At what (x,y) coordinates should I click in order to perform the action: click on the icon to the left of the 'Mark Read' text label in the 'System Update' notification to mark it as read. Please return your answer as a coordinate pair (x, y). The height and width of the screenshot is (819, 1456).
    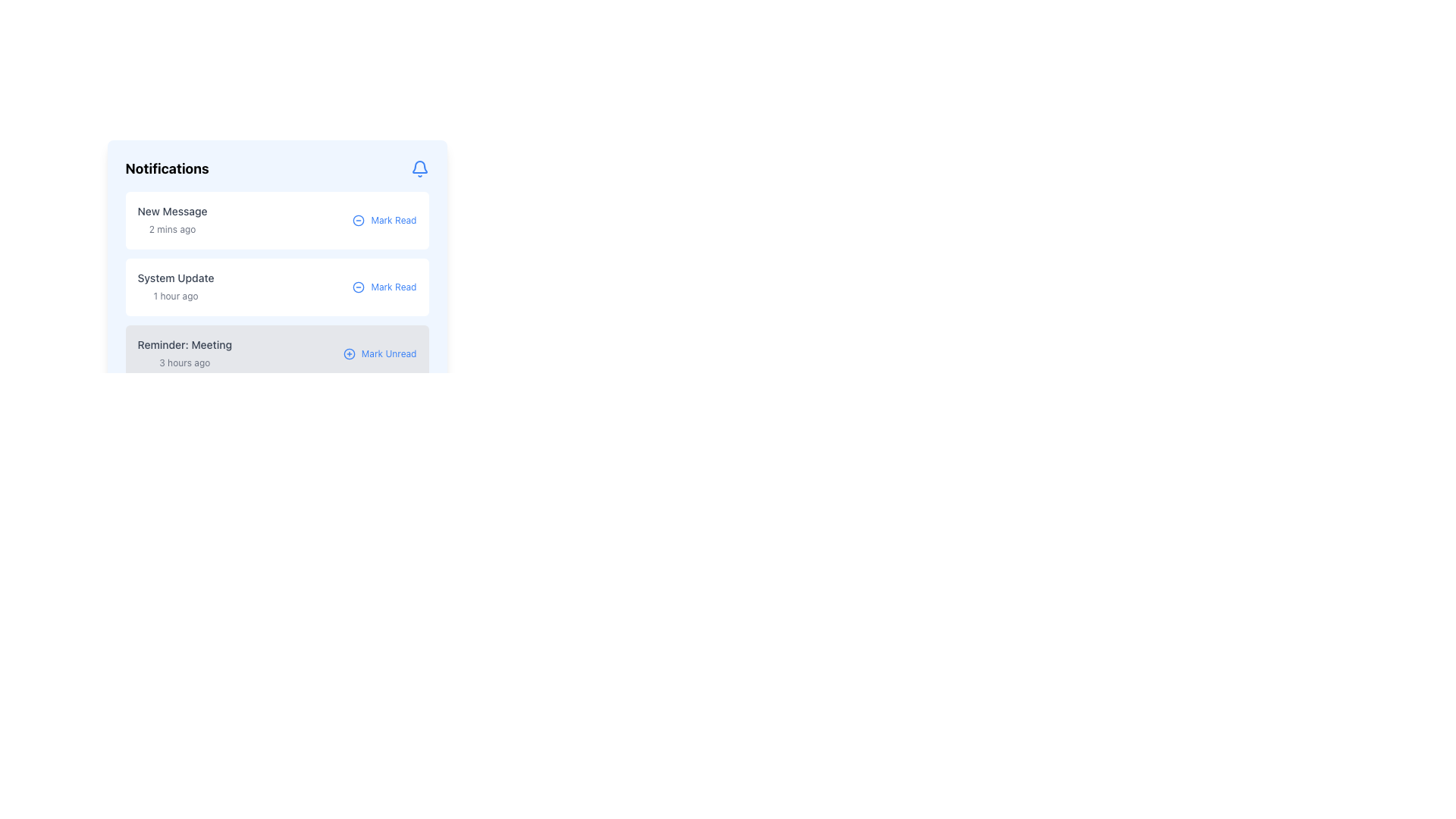
    Looking at the image, I should click on (358, 287).